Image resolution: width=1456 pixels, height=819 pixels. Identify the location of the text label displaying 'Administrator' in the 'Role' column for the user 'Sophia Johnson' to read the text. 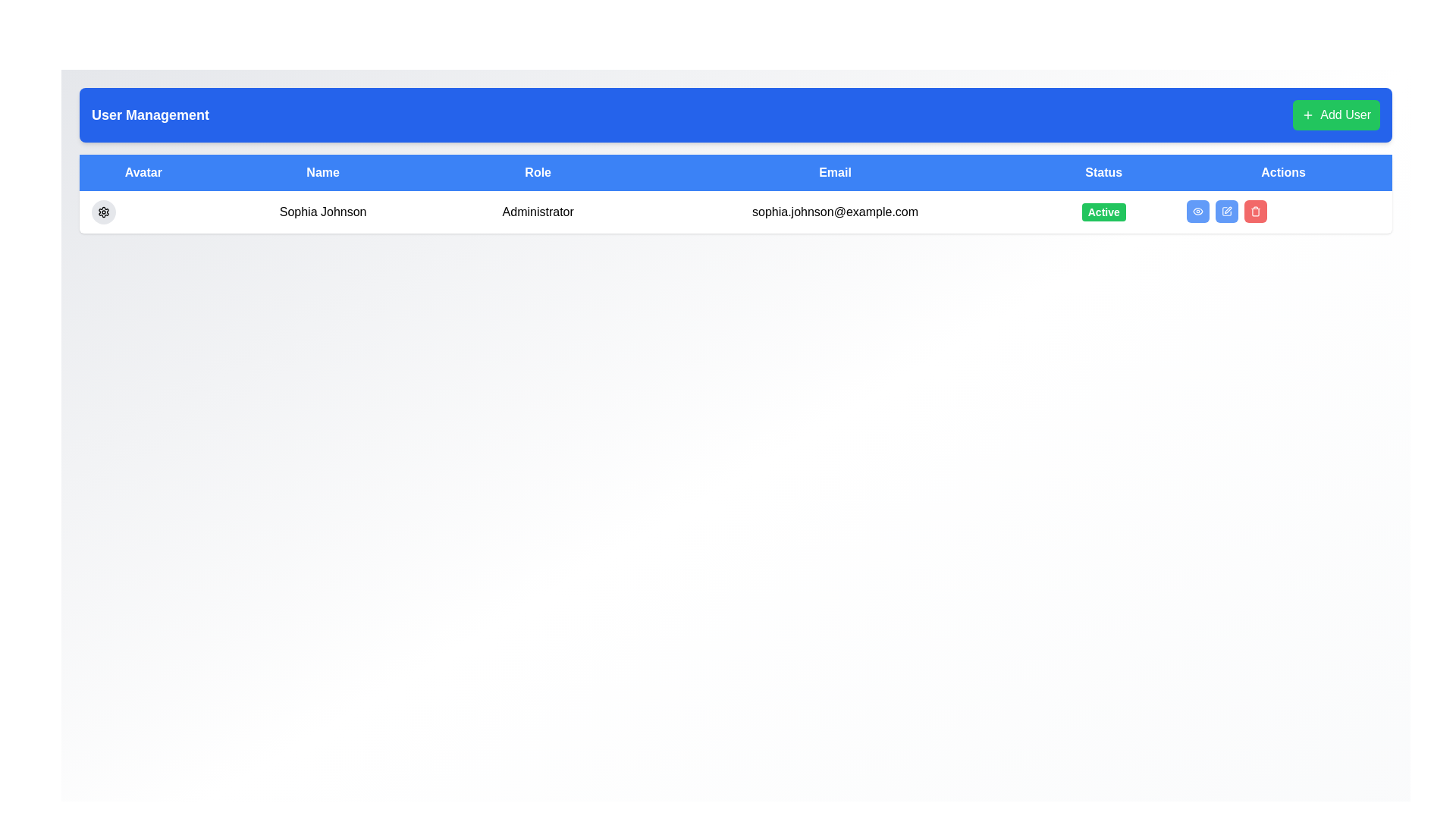
(538, 212).